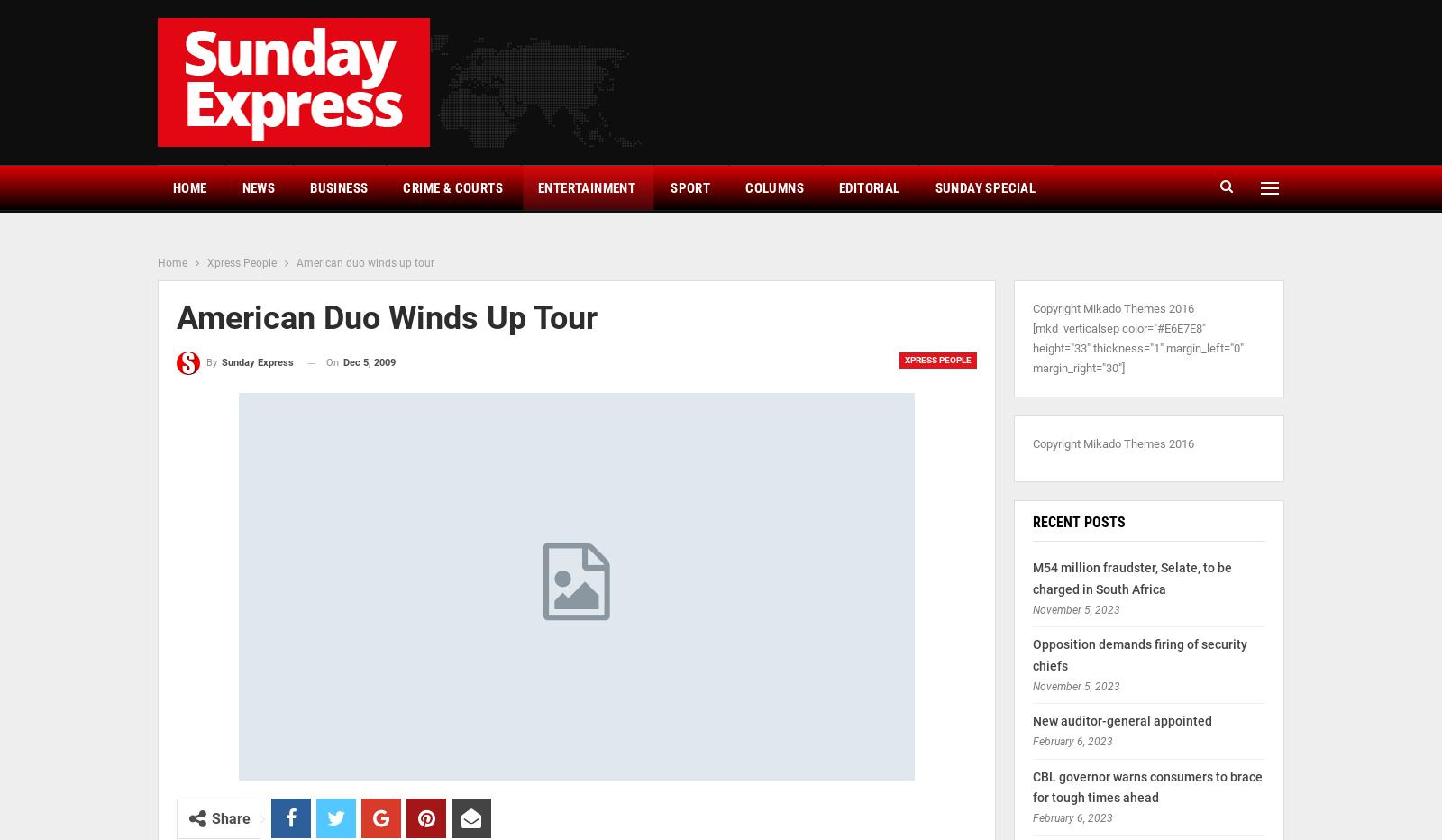  Describe the element at coordinates (984, 187) in the screenshot. I see `'Sunday Special'` at that location.